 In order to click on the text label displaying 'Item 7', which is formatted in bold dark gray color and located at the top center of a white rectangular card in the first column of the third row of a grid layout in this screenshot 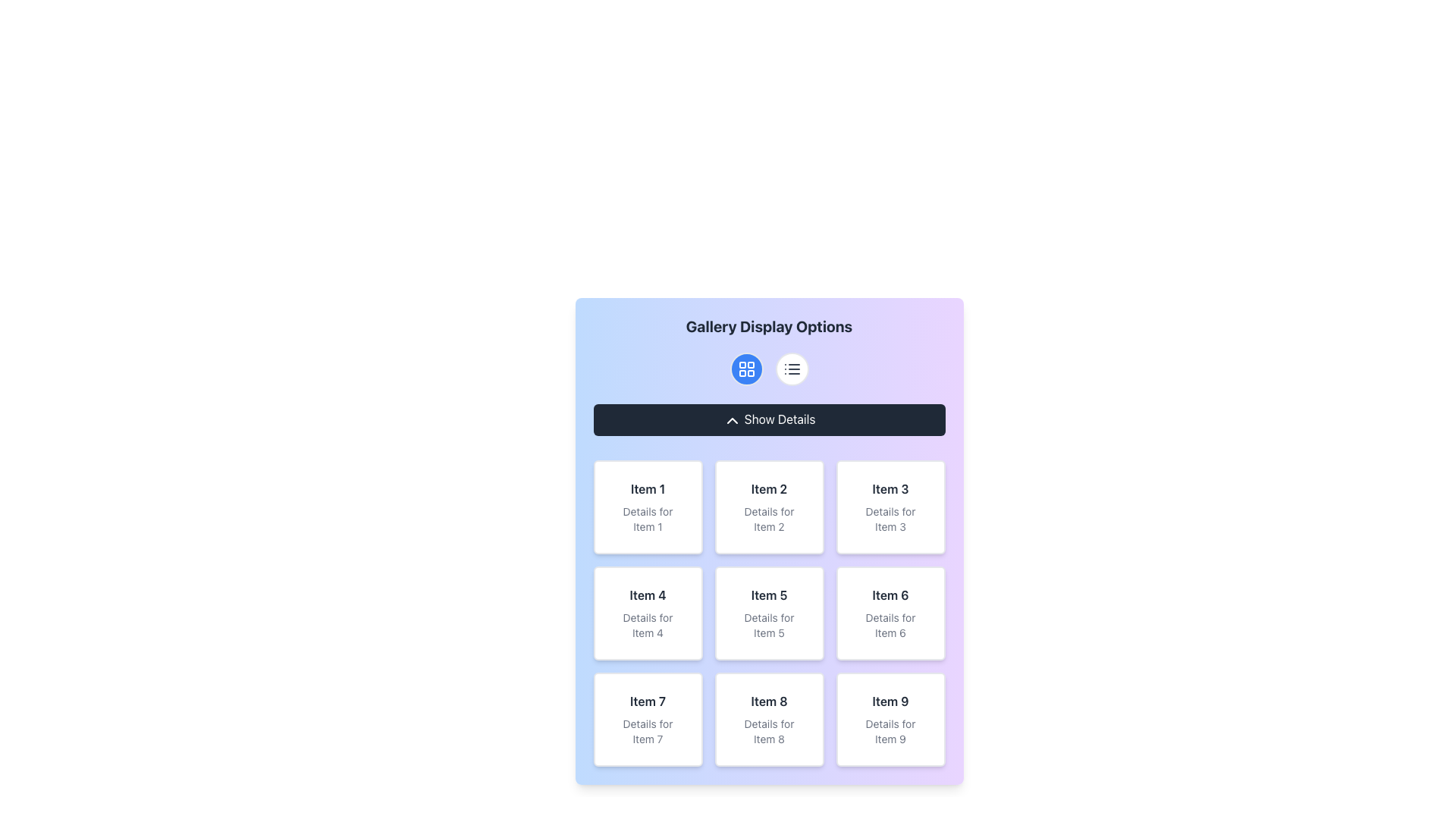, I will do `click(648, 701)`.